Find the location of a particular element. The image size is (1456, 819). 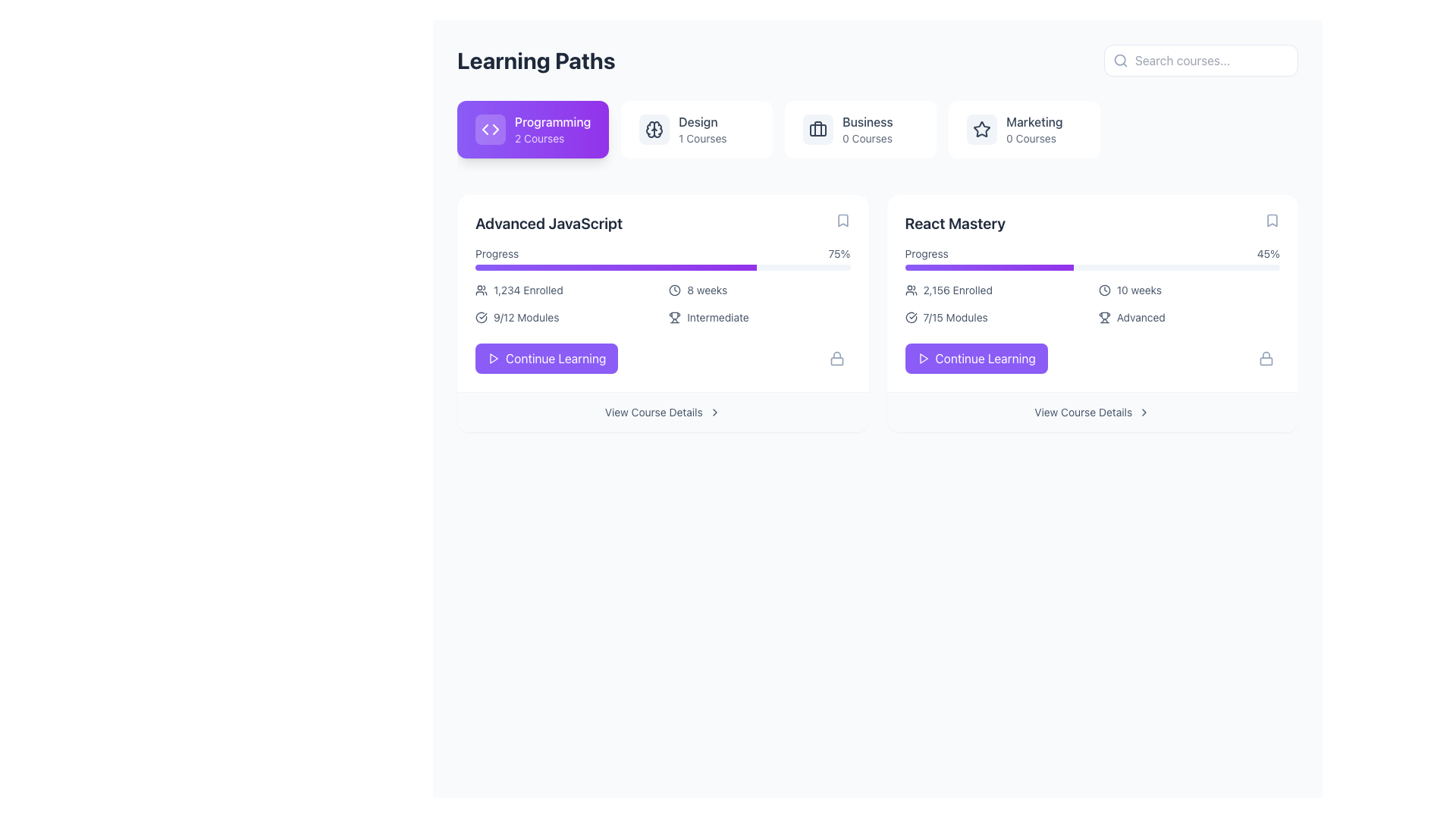

the bookmark icon in the top-right corner of the 'React Mastery' course panel is located at coordinates (1272, 220).